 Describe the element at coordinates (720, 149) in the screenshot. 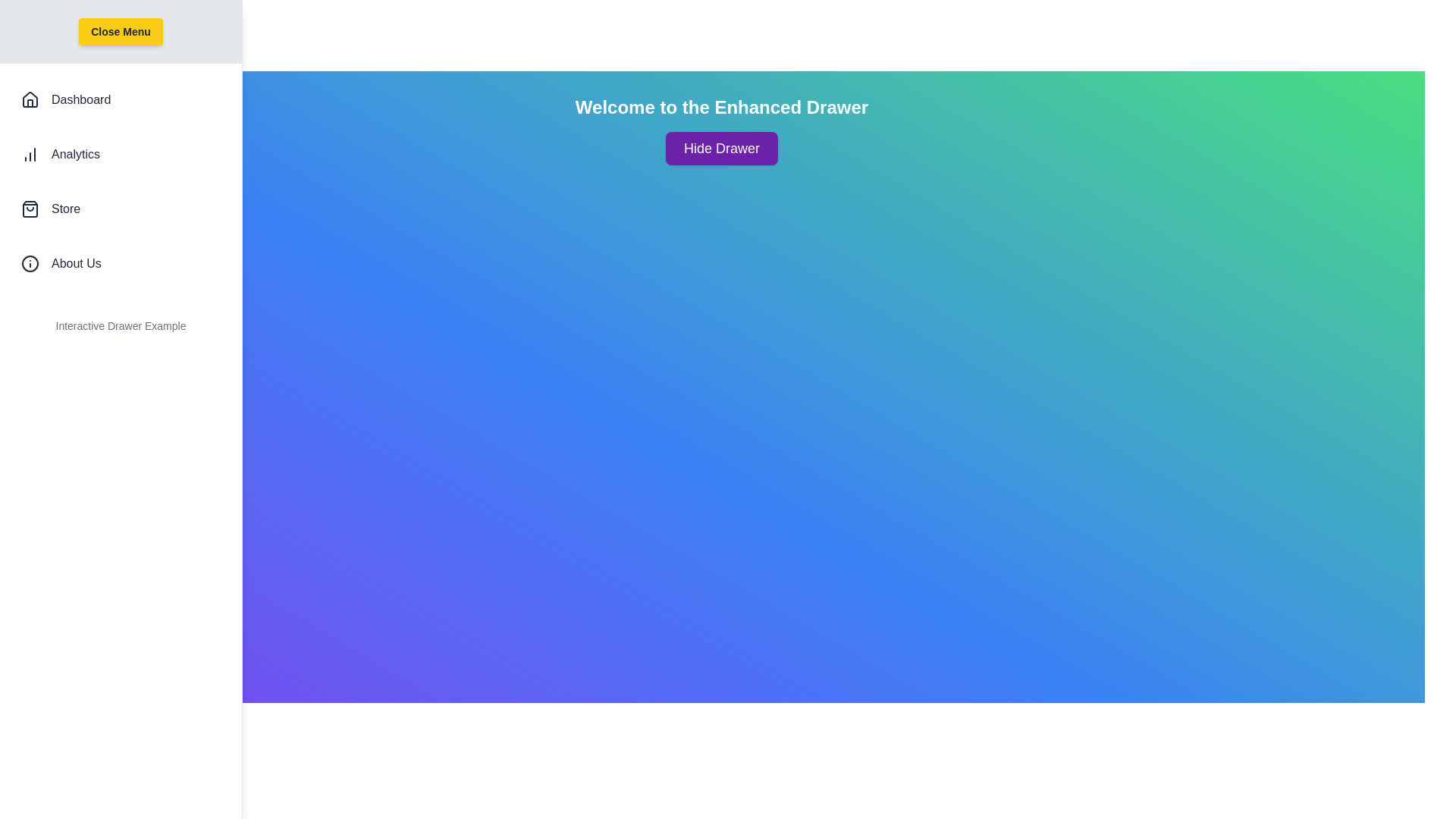

I see `the 'Hide Drawer' button to toggle the drawer visibility` at that location.